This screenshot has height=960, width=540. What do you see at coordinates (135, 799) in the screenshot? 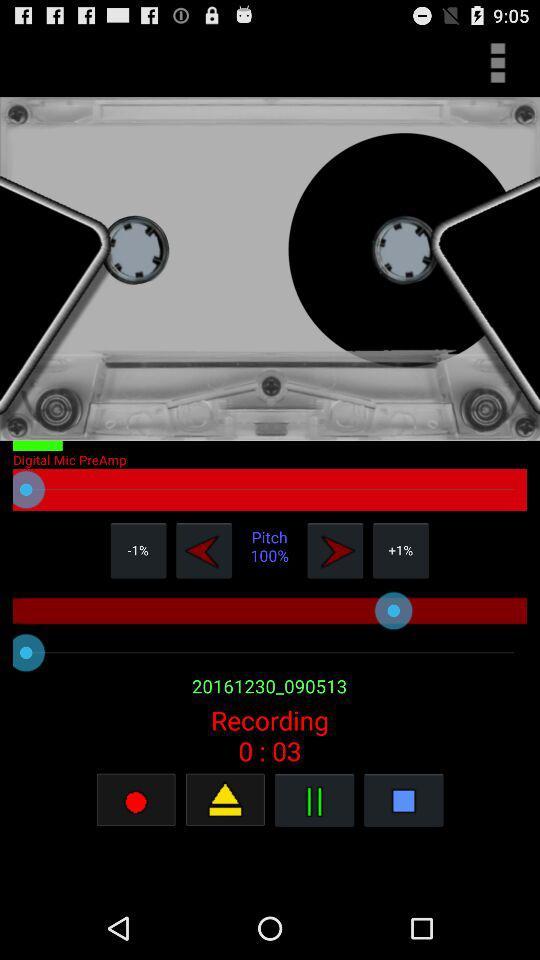
I see `start recording` at bounding box center [135, 799].